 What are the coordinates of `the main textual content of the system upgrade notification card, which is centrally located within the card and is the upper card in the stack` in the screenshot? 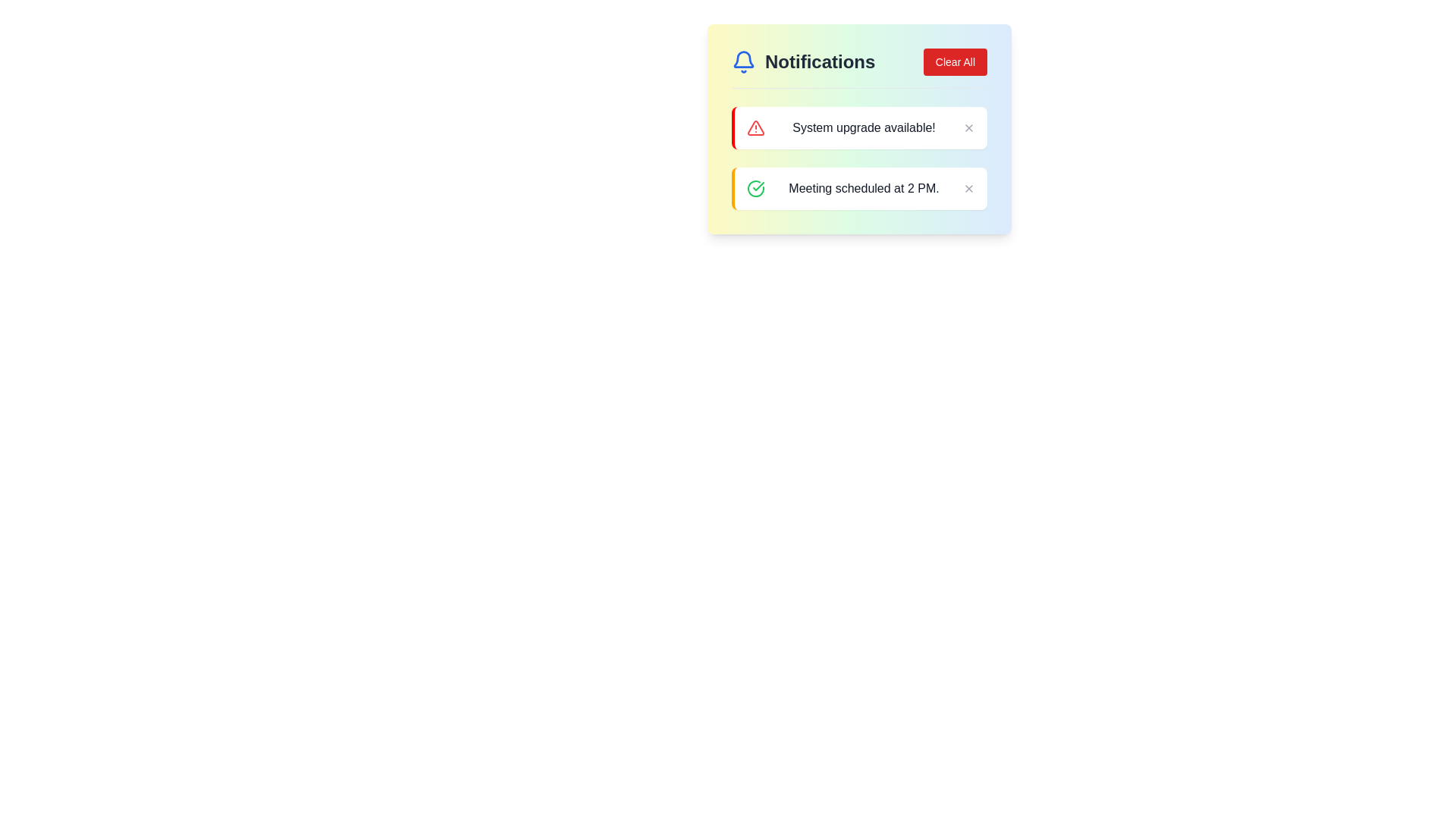 It's located at (864, 127).